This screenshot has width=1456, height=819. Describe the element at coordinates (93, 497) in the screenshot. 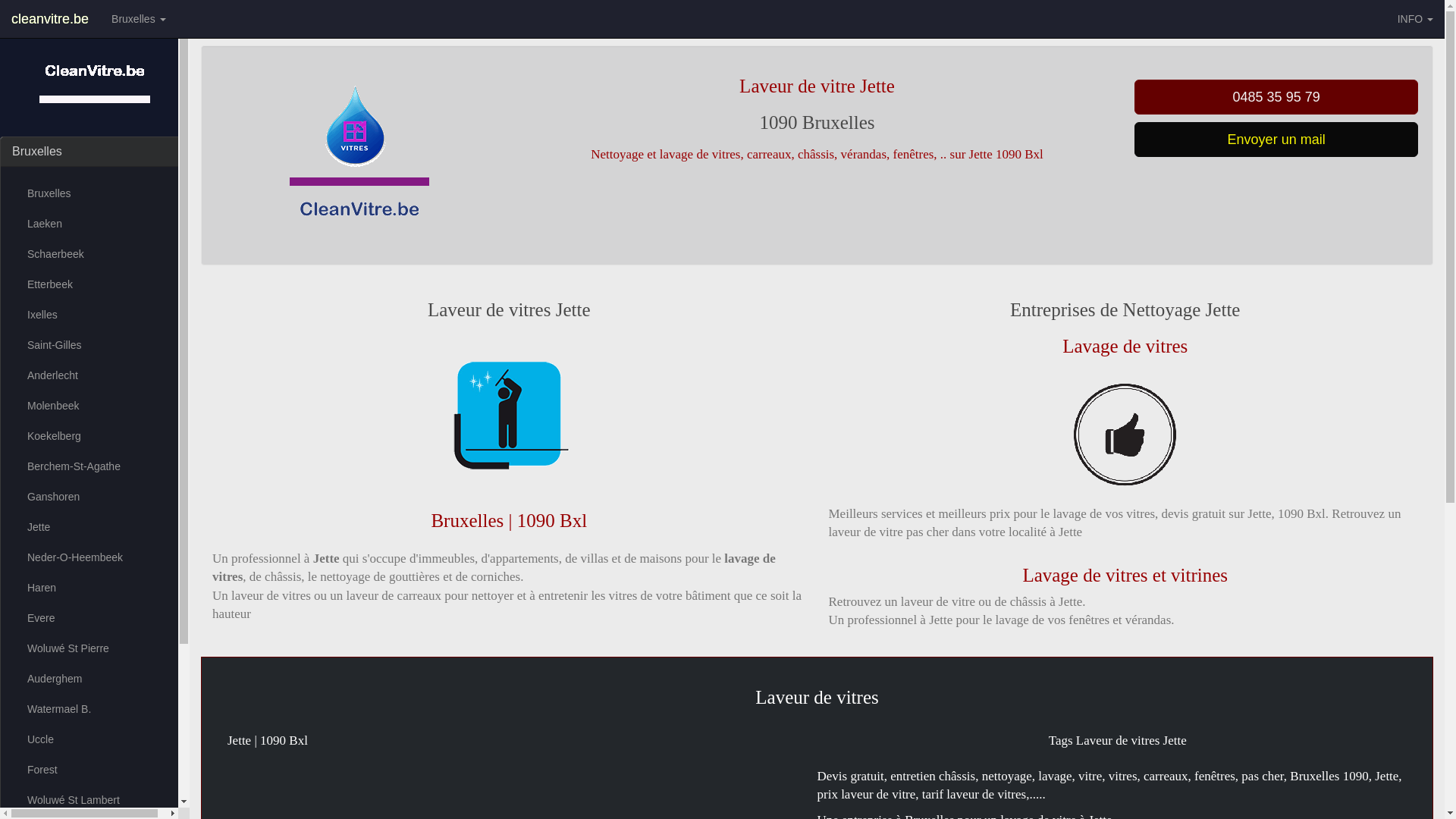

I see `'Ganshoren'` at that location.